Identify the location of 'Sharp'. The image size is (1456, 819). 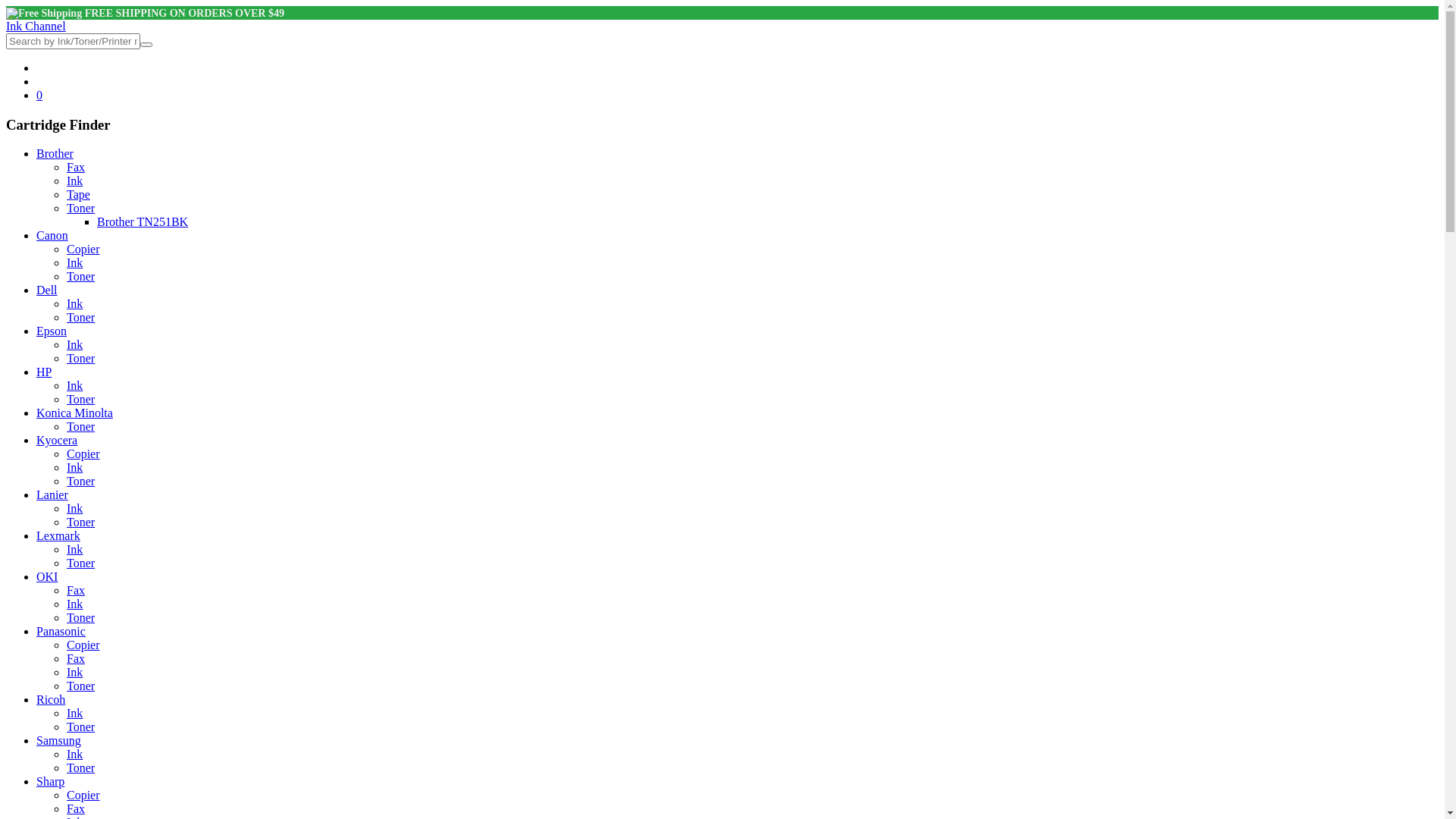
(36, 781).